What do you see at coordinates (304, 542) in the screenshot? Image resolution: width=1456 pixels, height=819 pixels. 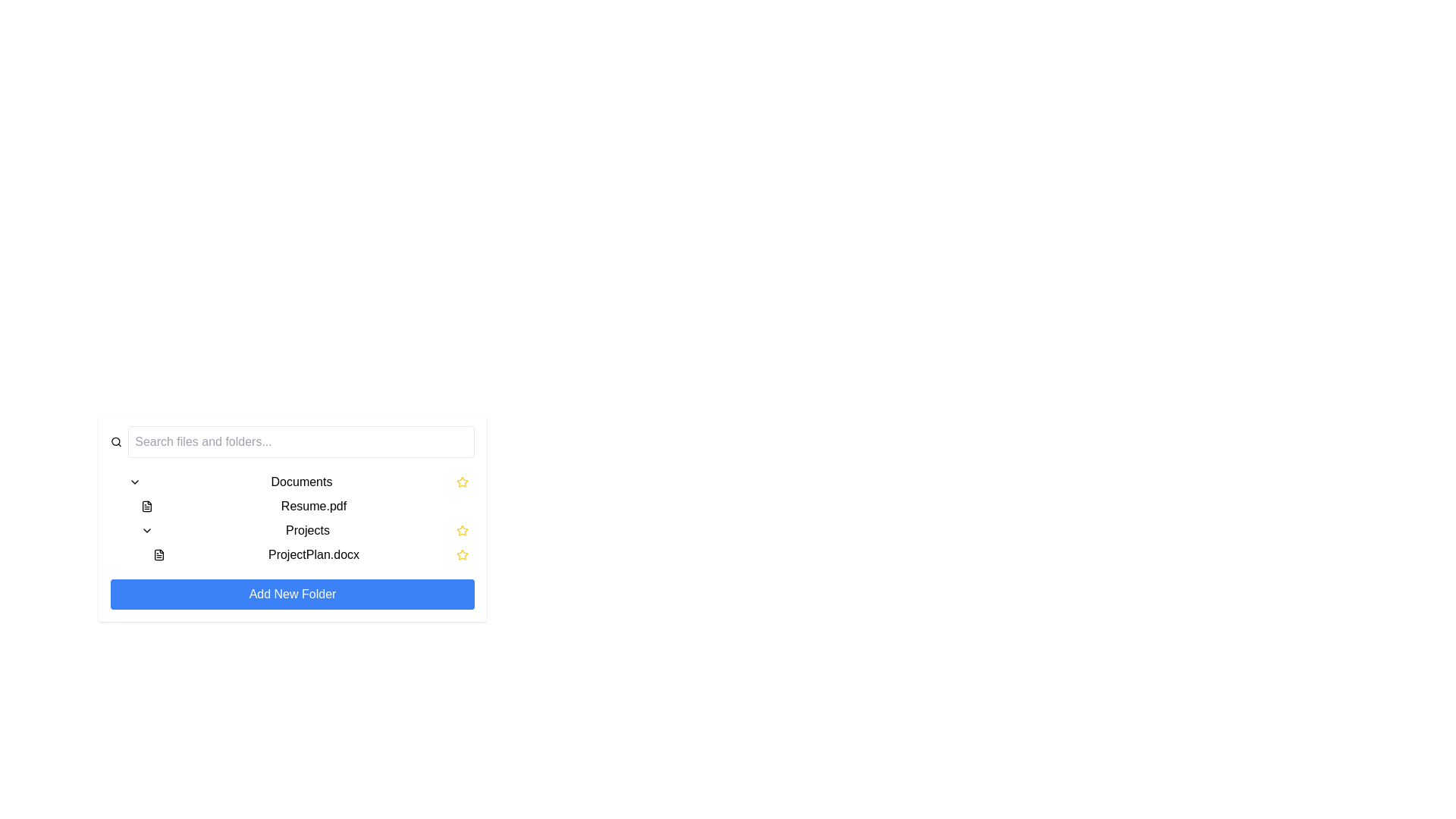 I see `the text label displaying the file name 'ProjectPlan.docx' within the 'Projects' folder in the file navigation interface` at bounding box center [304, 542].